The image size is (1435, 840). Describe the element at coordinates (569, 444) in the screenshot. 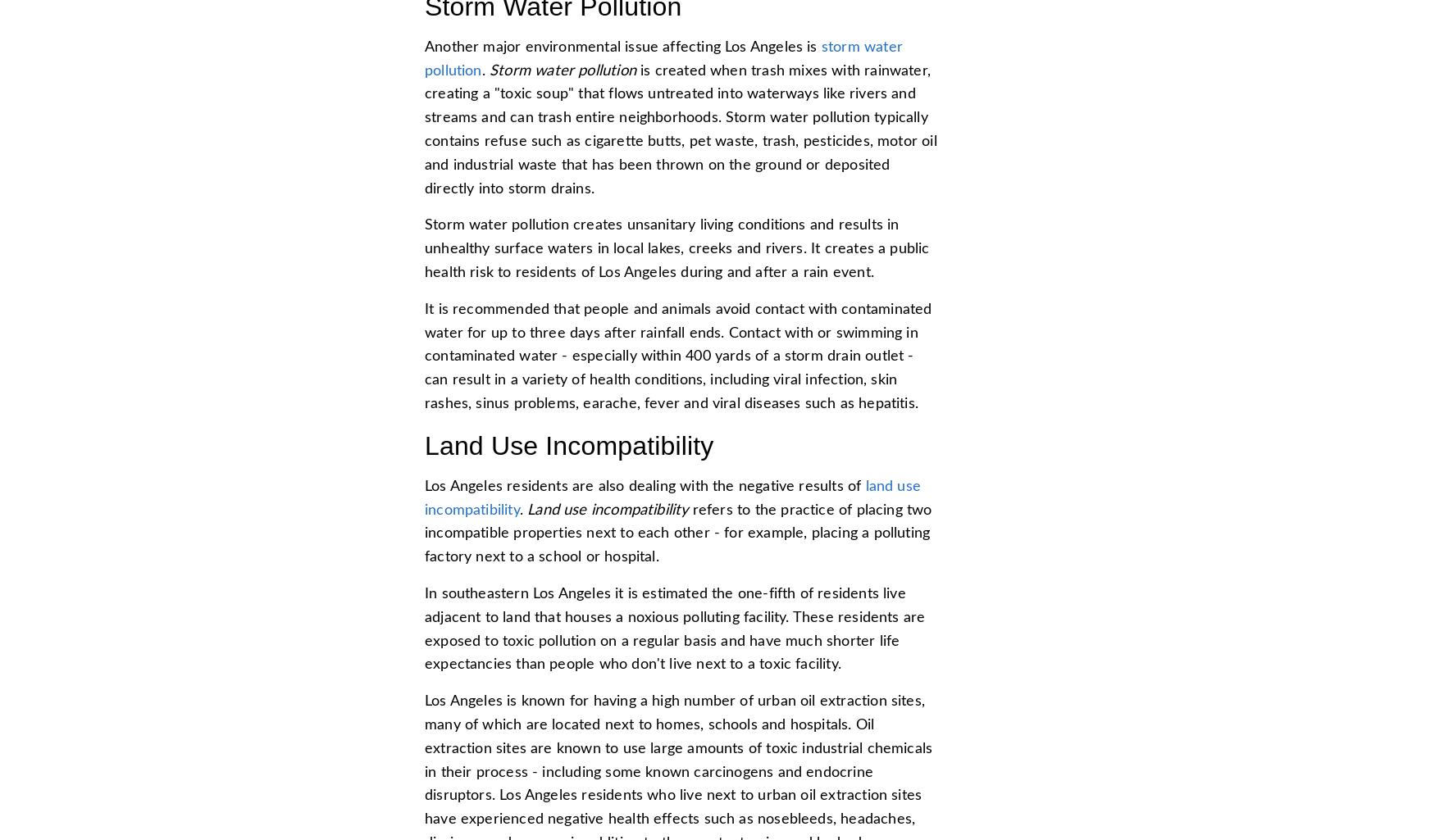

I see `'Land Use Incompatibility'` at that location.